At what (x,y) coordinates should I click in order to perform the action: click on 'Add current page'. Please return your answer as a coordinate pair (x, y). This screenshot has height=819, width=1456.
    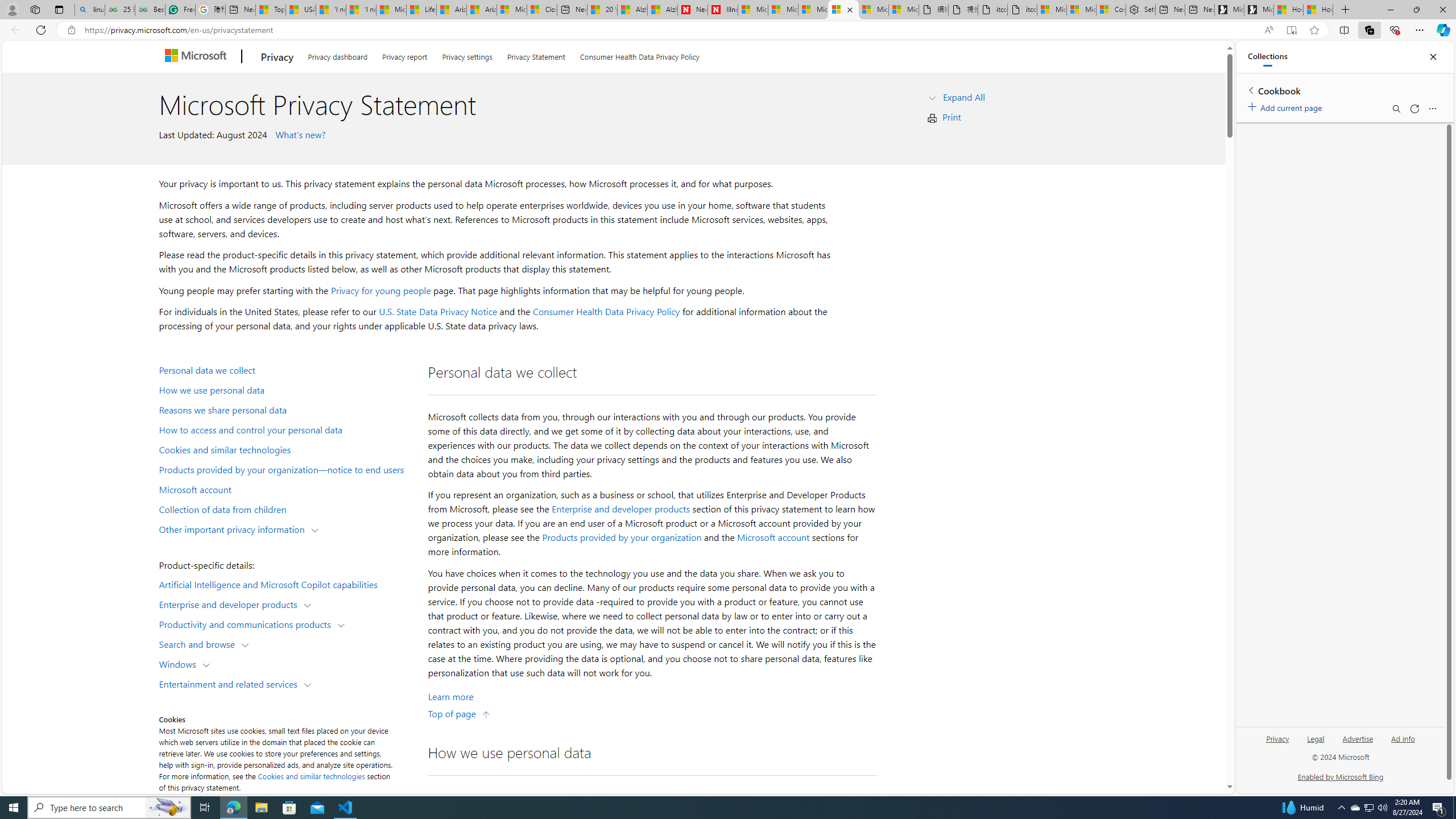
    Looking at the image, I should click on (1287, 105).